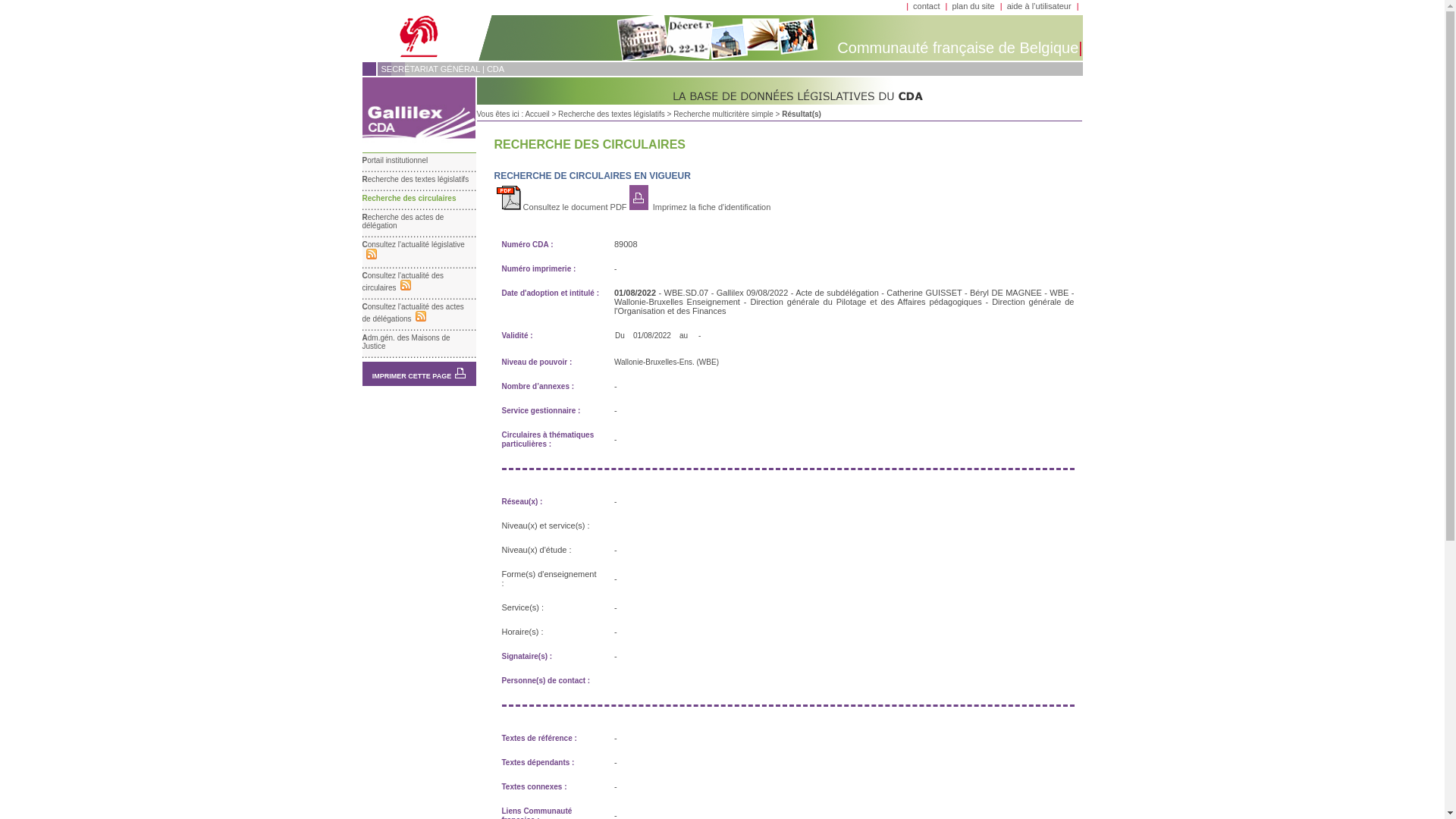 The width and height of the screenshot is (1456, 819). What do you see at coordinates (411, 375) in the screenshot?
I see `'IMPRIMER CETTE PAGE'` at bounding box center [411, 375].